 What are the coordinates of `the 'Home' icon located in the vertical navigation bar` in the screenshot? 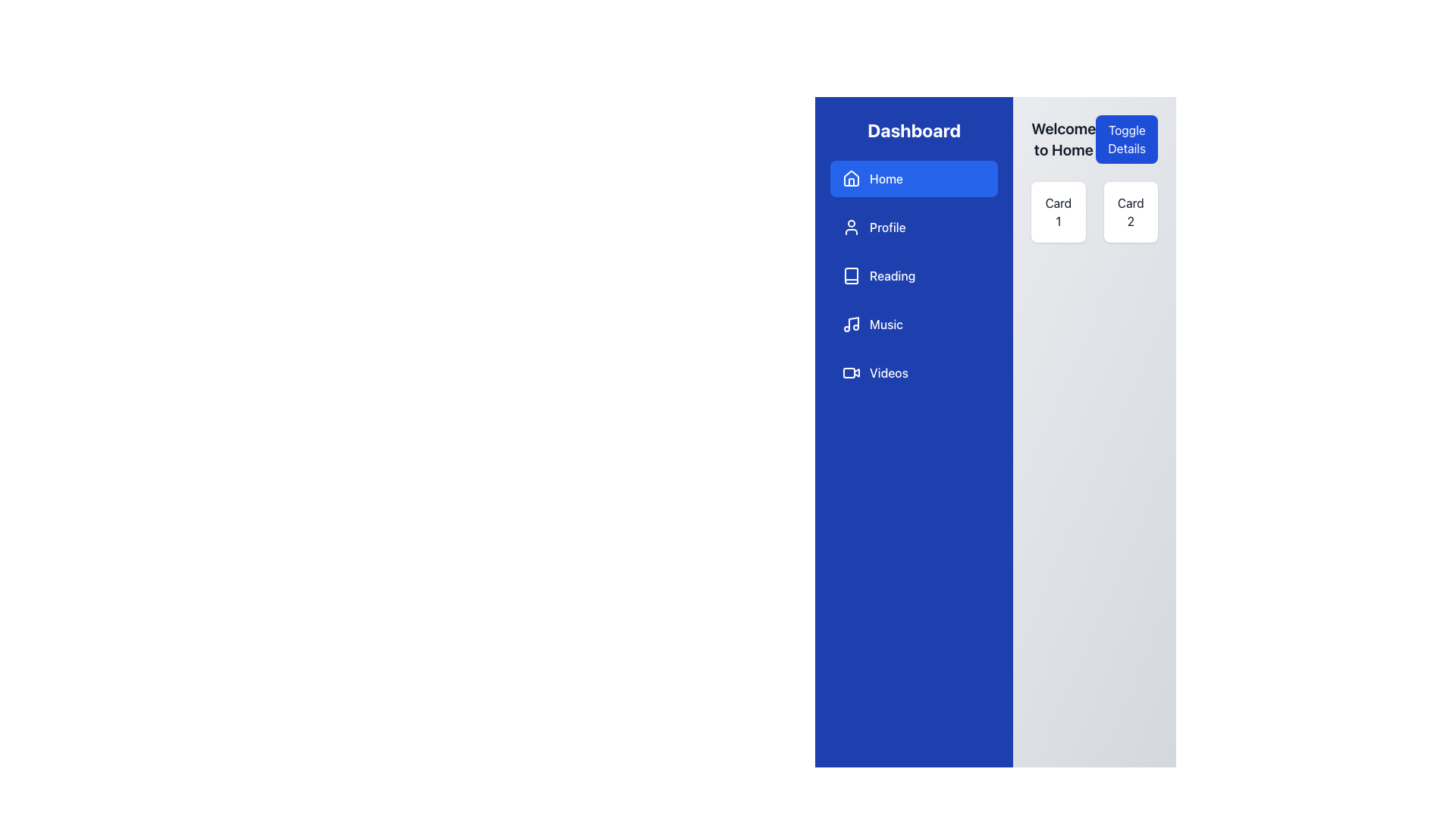 It's located at (852, 177).